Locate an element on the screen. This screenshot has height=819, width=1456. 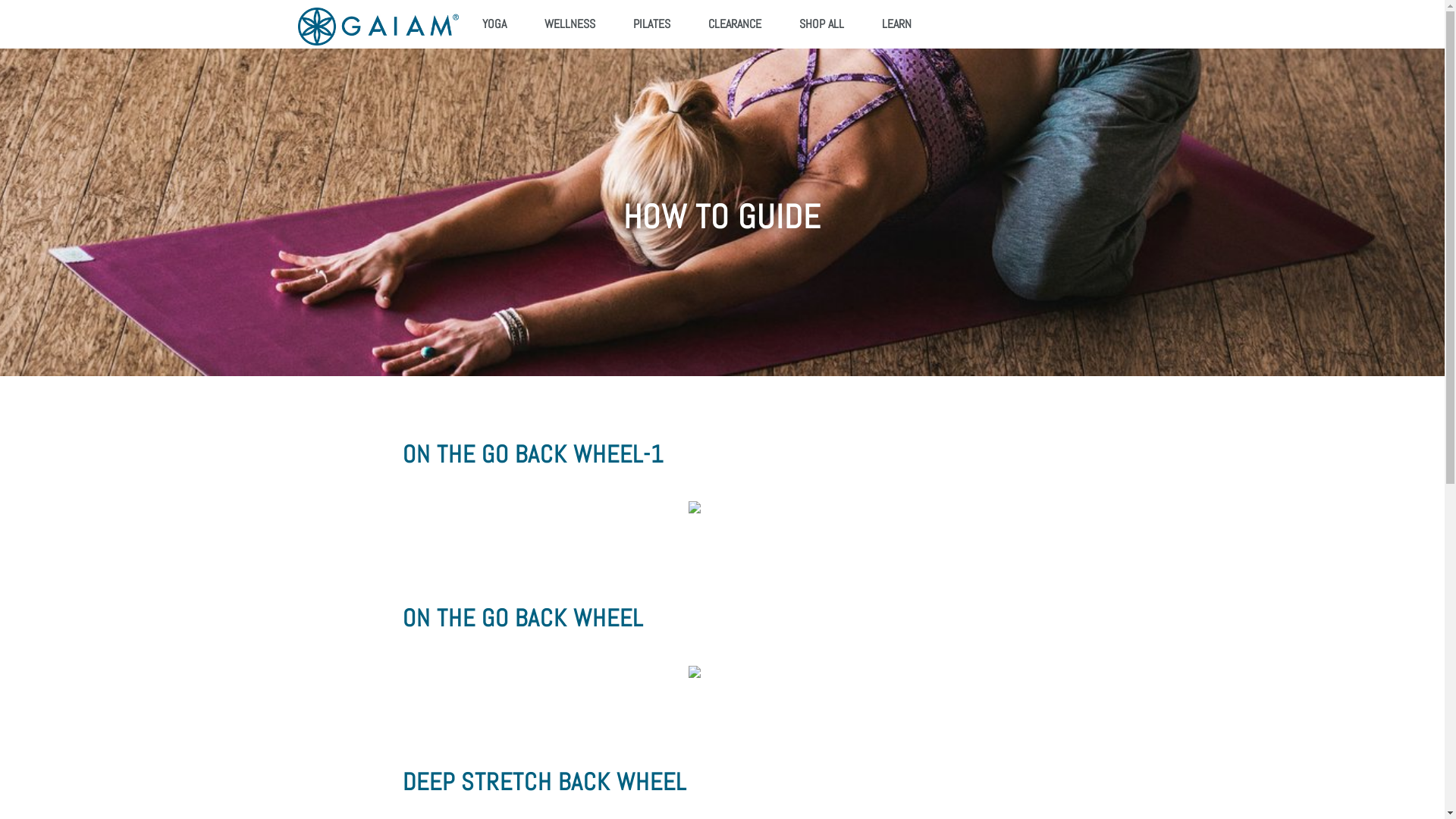
'LEARN' is located at coordinates (896, 24).